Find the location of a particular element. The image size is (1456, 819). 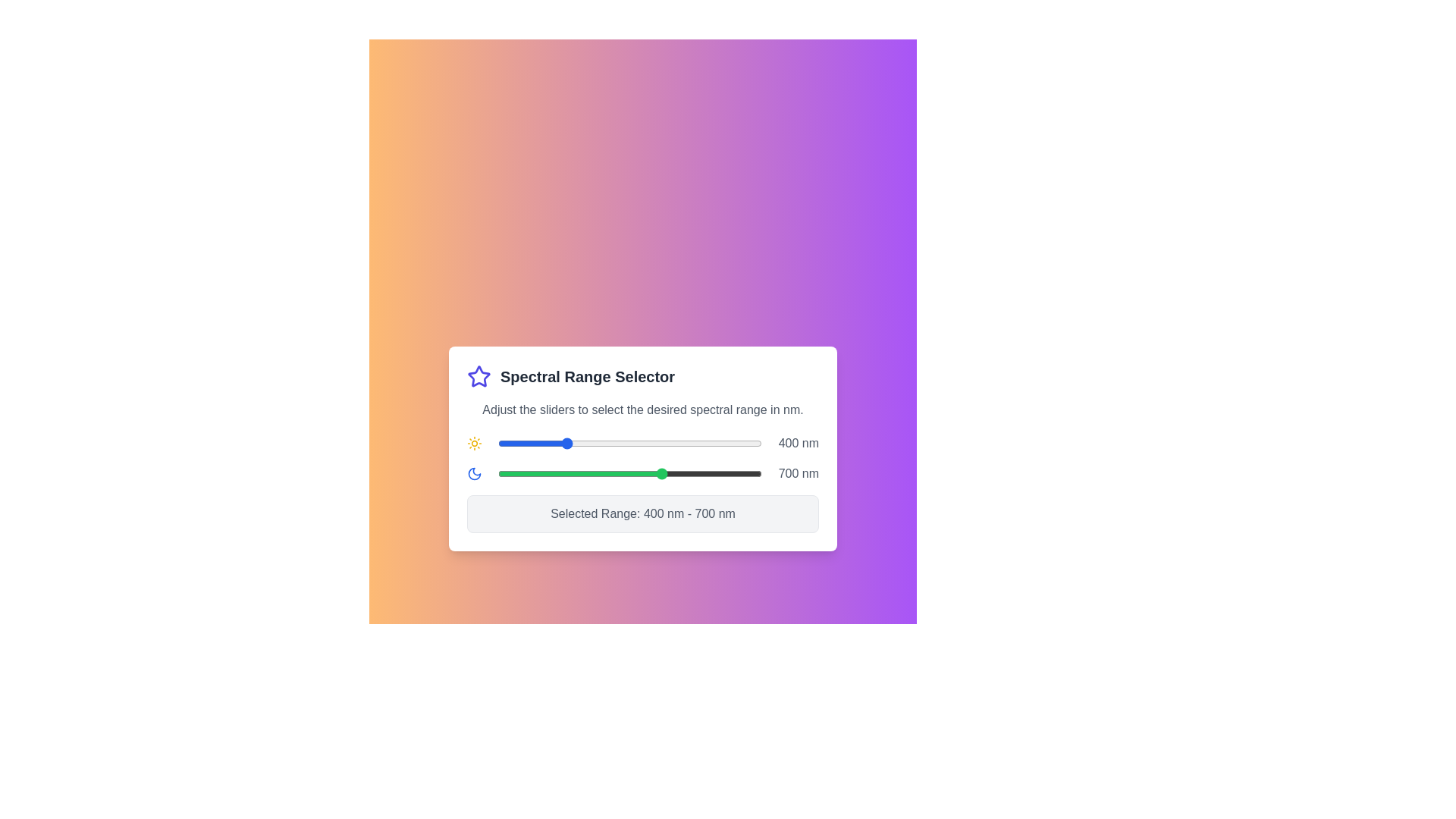

the end slider to set the upper limit of the spectral range to 884 nm is located at coordinates (723, 472).